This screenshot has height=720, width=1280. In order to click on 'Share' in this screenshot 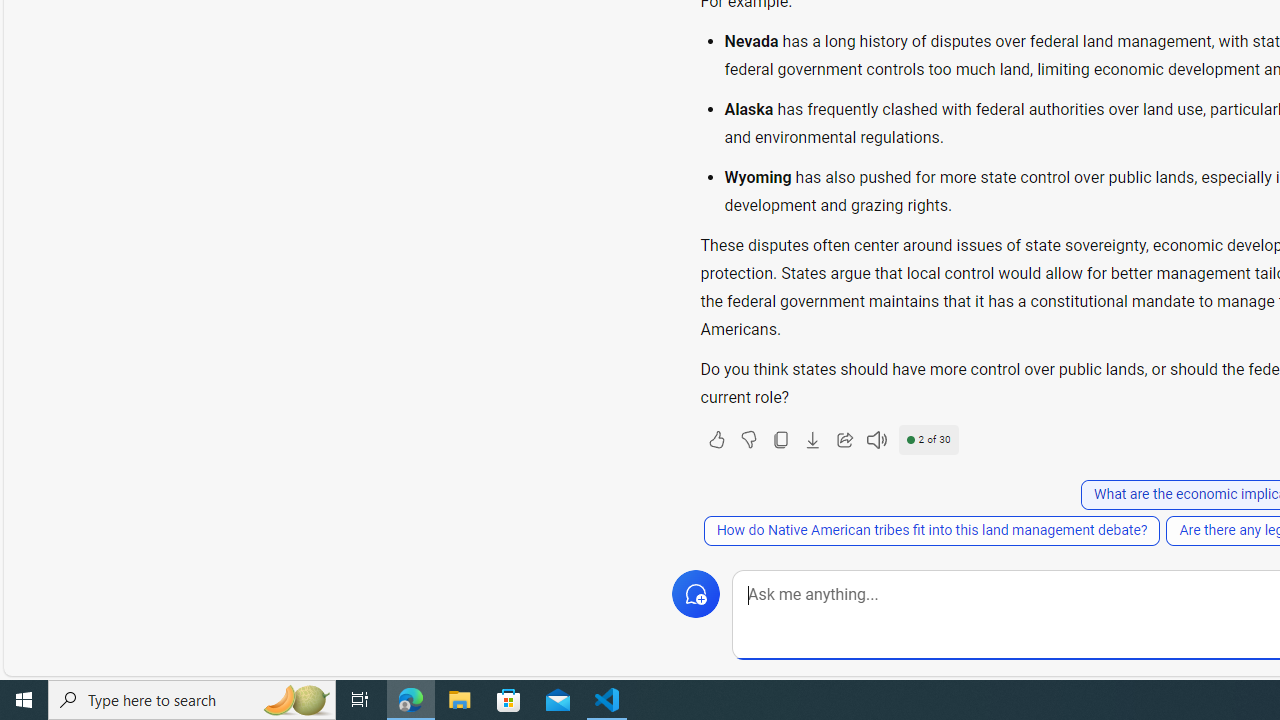, I will do `click(844, 438)`.